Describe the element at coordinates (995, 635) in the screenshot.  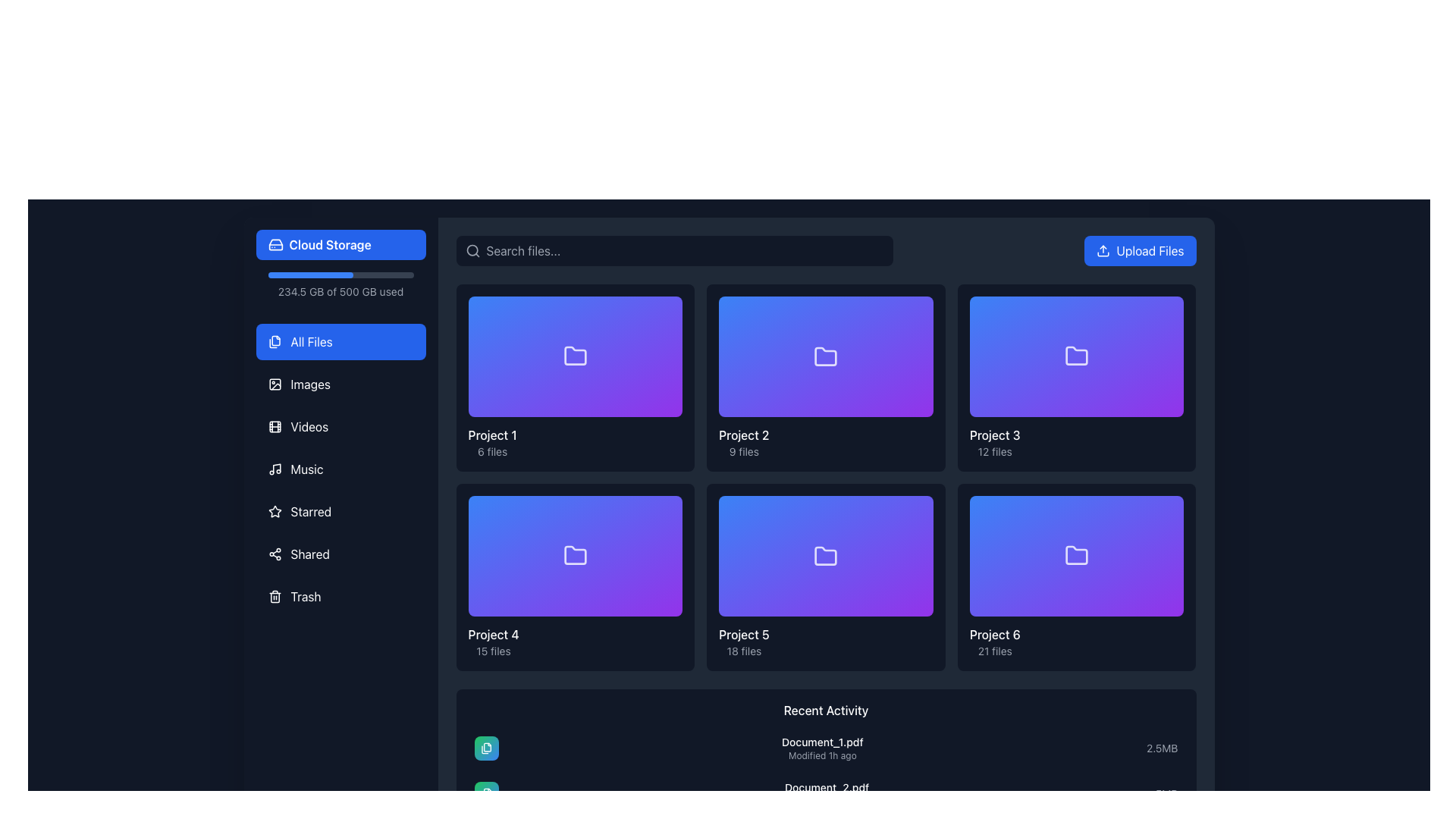
I see `static text label that serves as the title for Project 6, located in the bottom row, rightmost column of the grid layout` at that location.